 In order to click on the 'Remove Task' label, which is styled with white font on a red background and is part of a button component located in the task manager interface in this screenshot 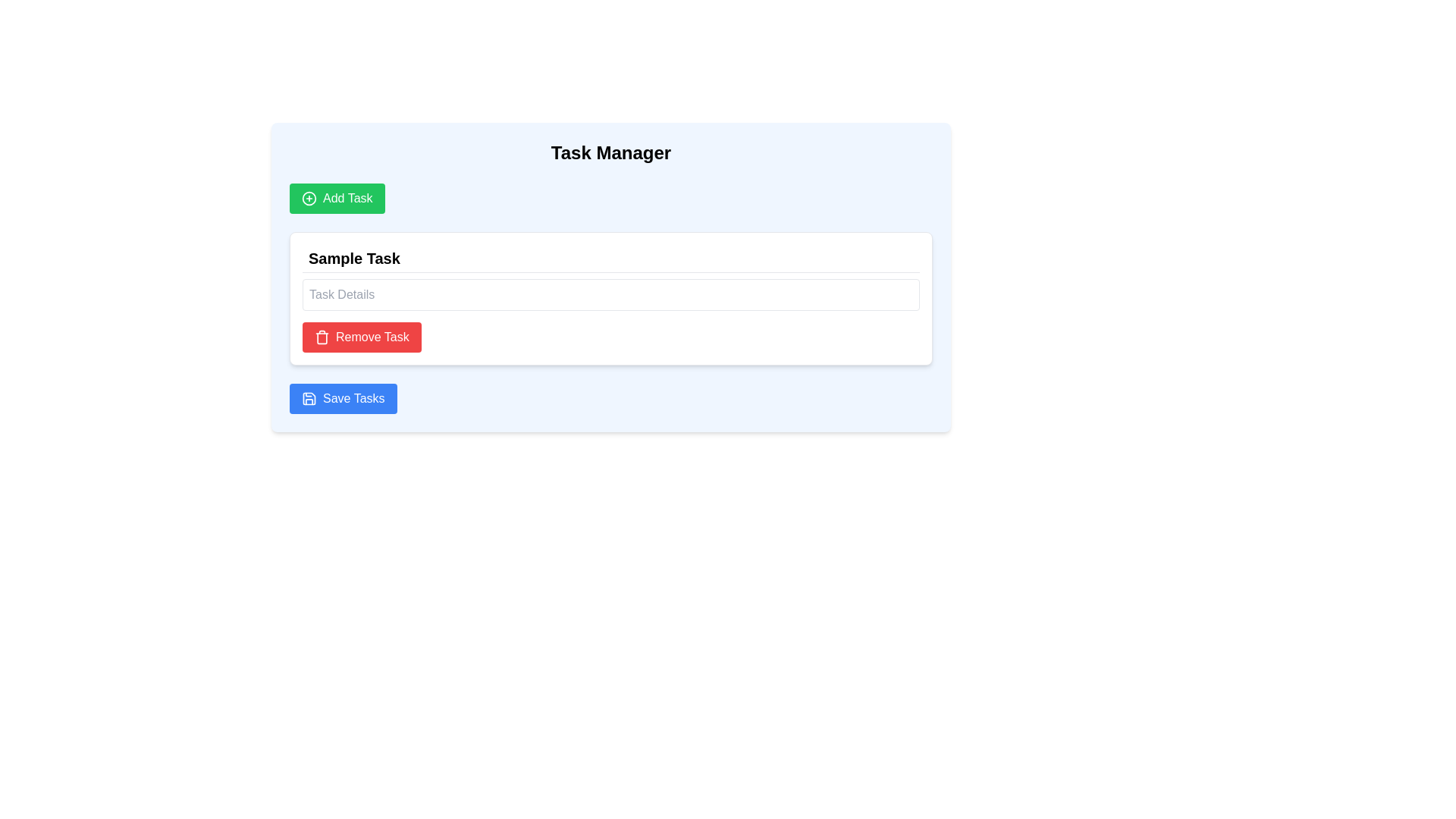, I will do `click(372, 336)`.